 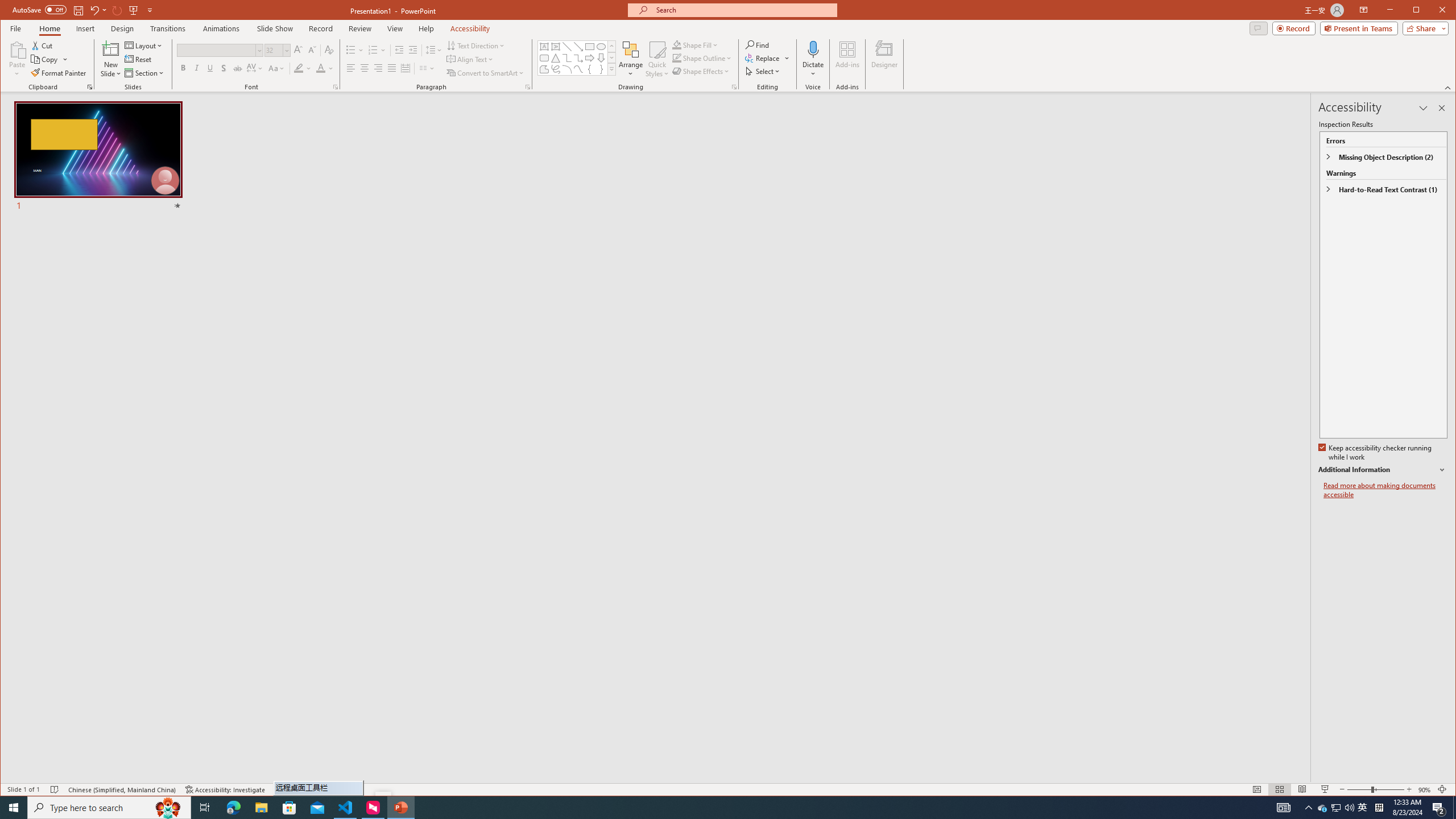 What do you see at coordinates (224, 68) in the screenshot?
I see `'Shadow'` at bounding box center [224, 68].